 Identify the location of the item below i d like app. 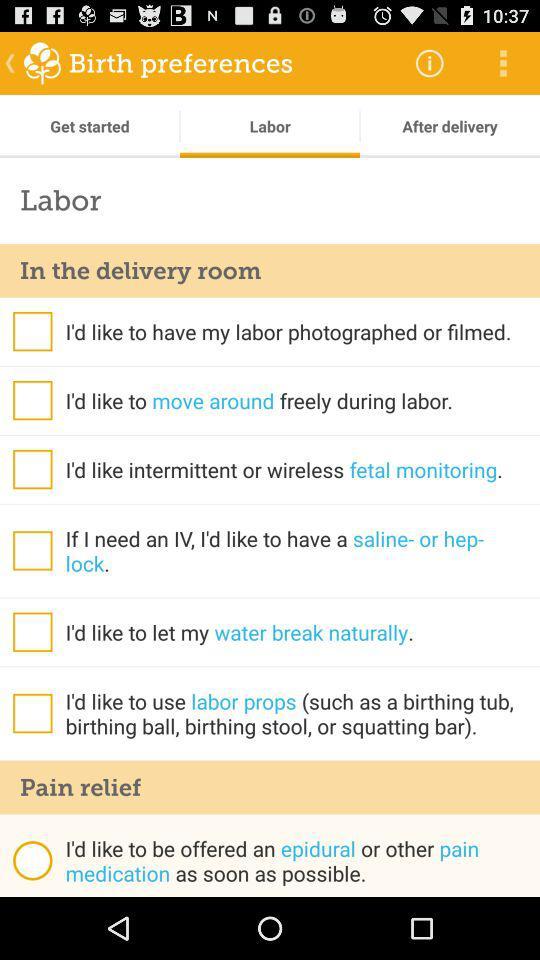
(270, 787).